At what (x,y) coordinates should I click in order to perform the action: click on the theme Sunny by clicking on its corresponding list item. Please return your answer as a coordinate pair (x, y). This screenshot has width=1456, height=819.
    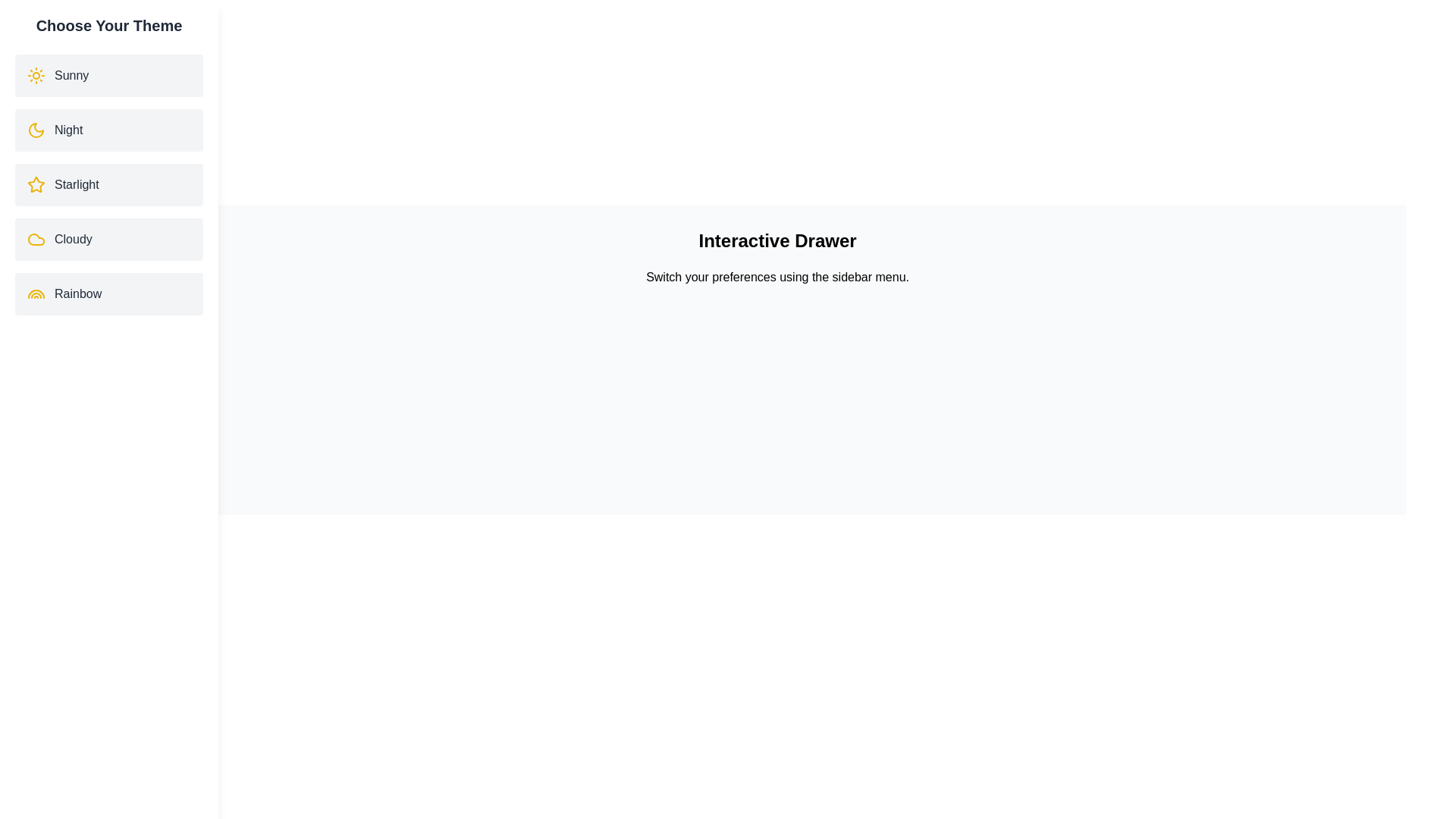
    Looking at the image, I should click on (108, 76).